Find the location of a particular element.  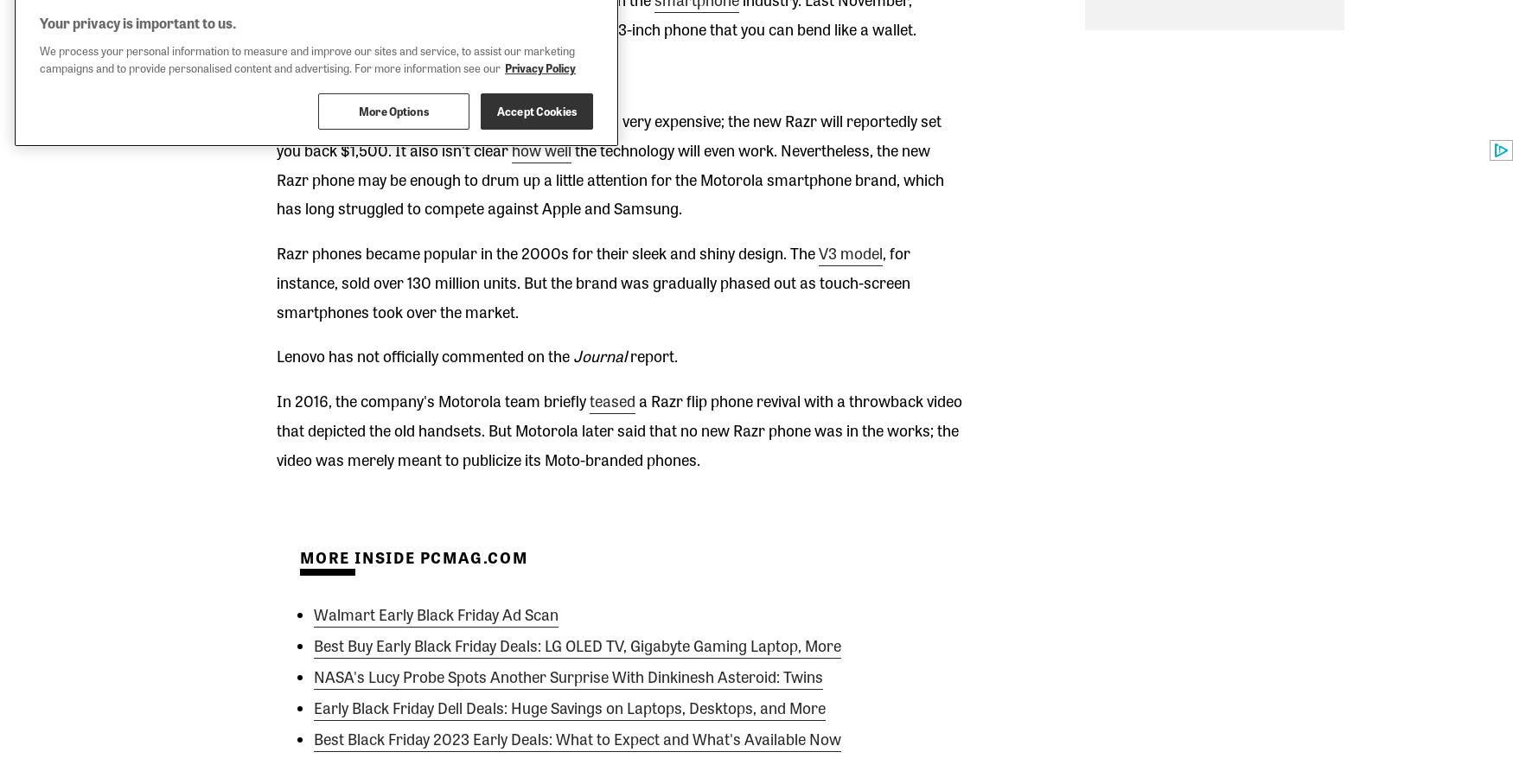

'Journal' is located at coordinates (599, 354).